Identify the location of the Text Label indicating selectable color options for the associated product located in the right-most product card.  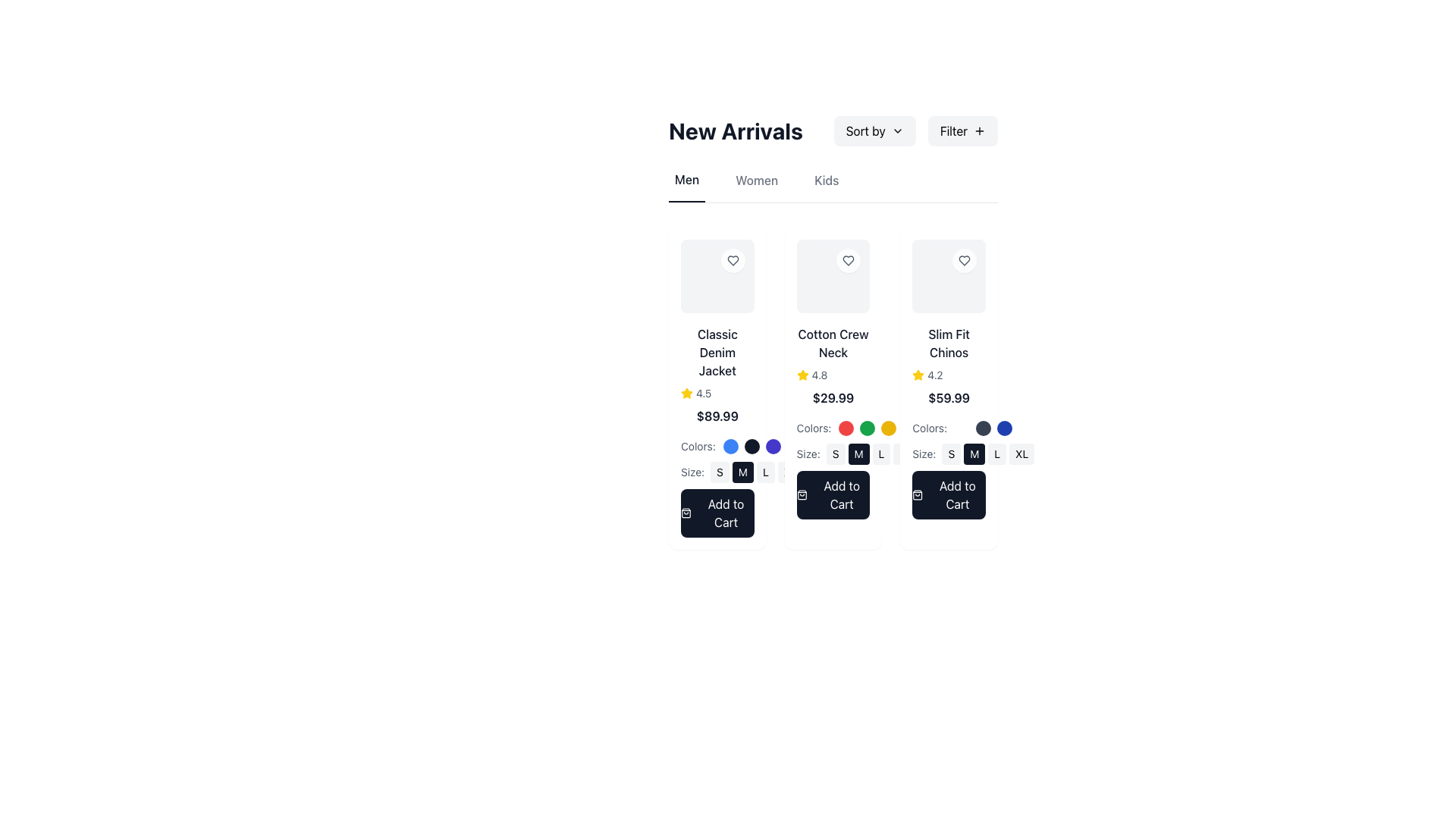
(929, 428).